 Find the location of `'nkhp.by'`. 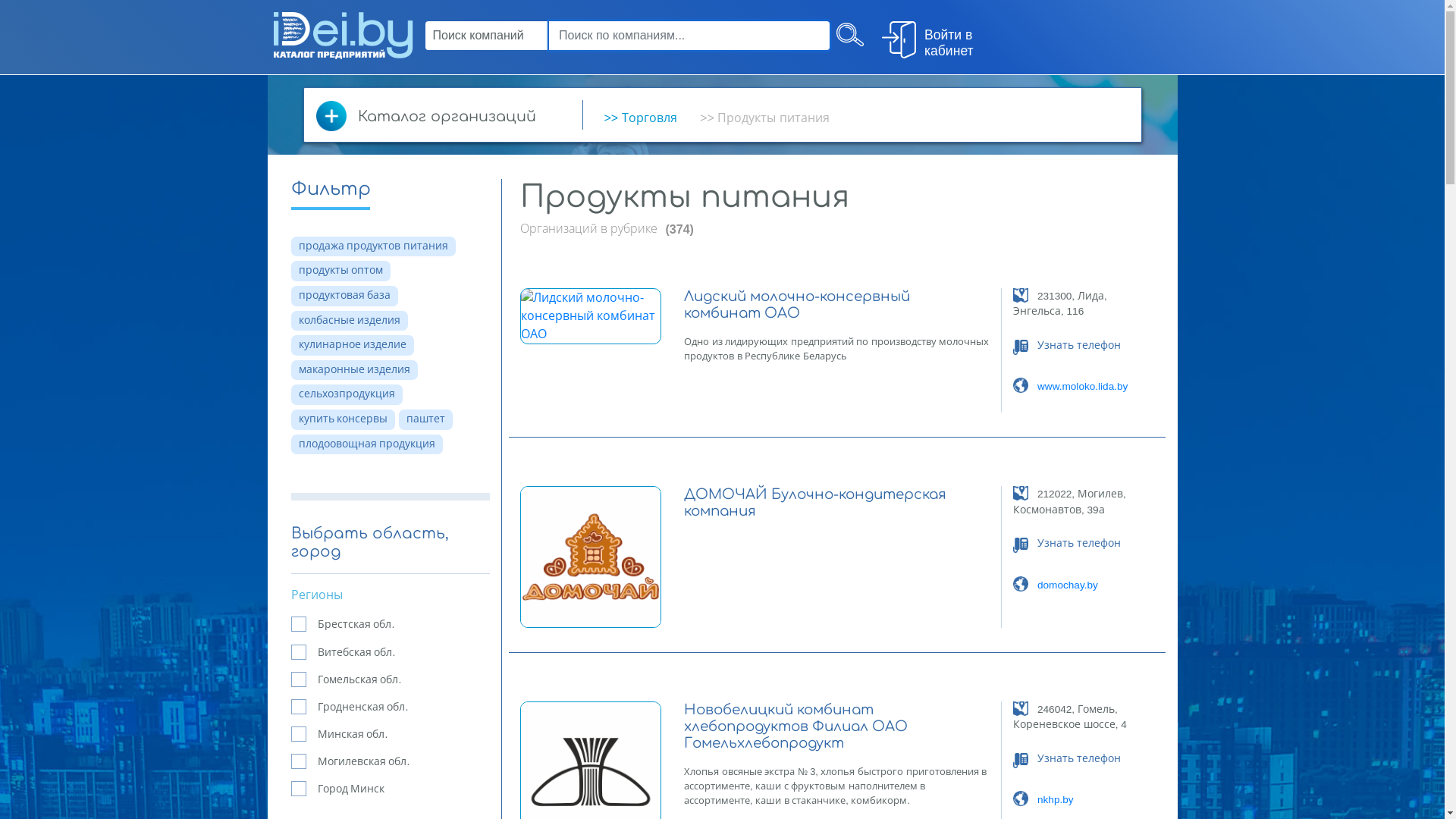

'nkhp.by' is located at coordinates (1055, 799).